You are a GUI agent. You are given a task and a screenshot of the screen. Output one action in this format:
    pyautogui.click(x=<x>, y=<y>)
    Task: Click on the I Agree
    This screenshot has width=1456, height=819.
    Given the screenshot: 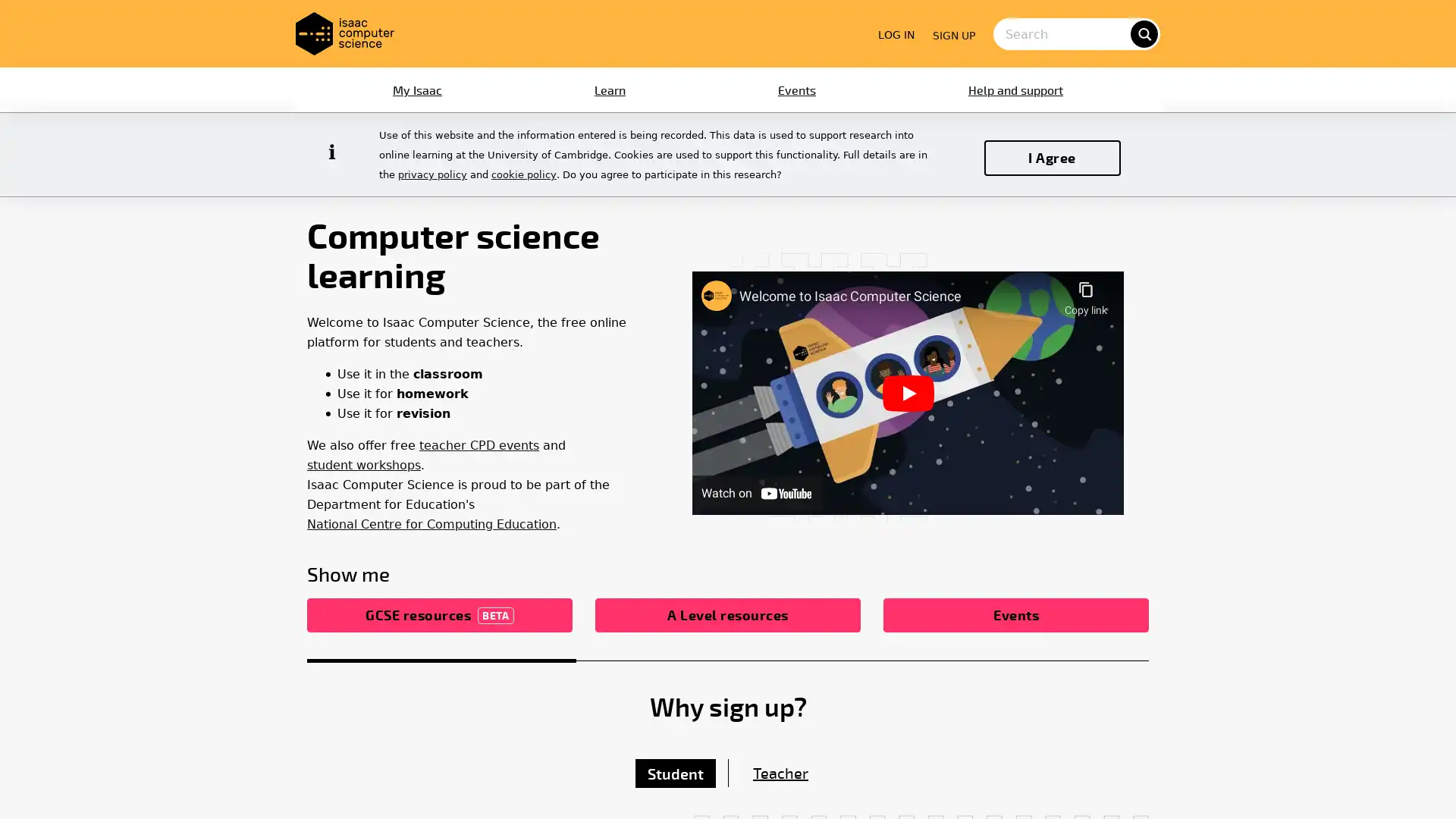 What is the action you would take?
    pyautogui.click(x=1051, y=157)
    